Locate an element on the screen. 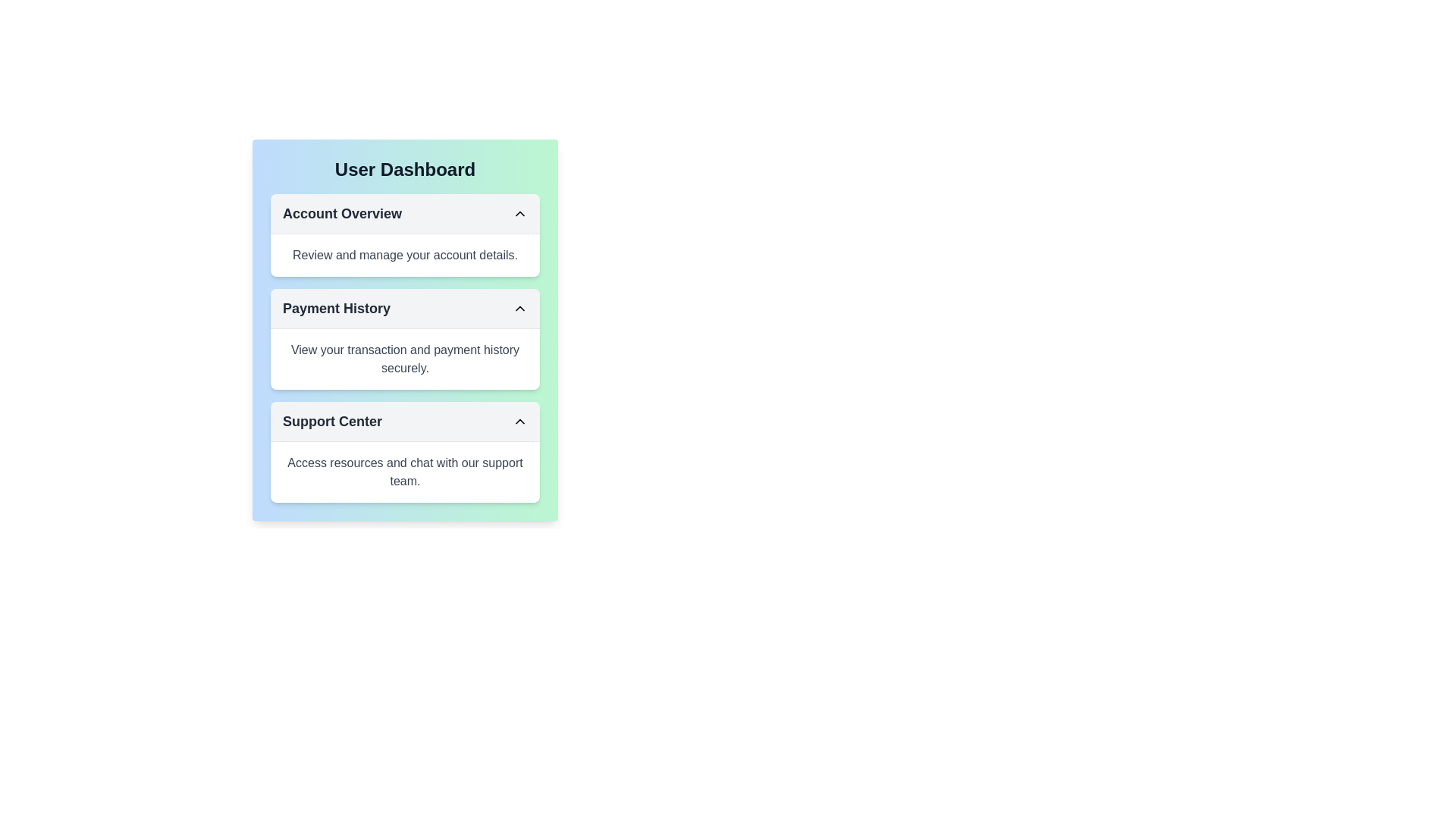  the text block that reads 'Review and manage your account details.' which is styled in gray and located under the 'Account Overview' section is located at coordinates (405, 254).